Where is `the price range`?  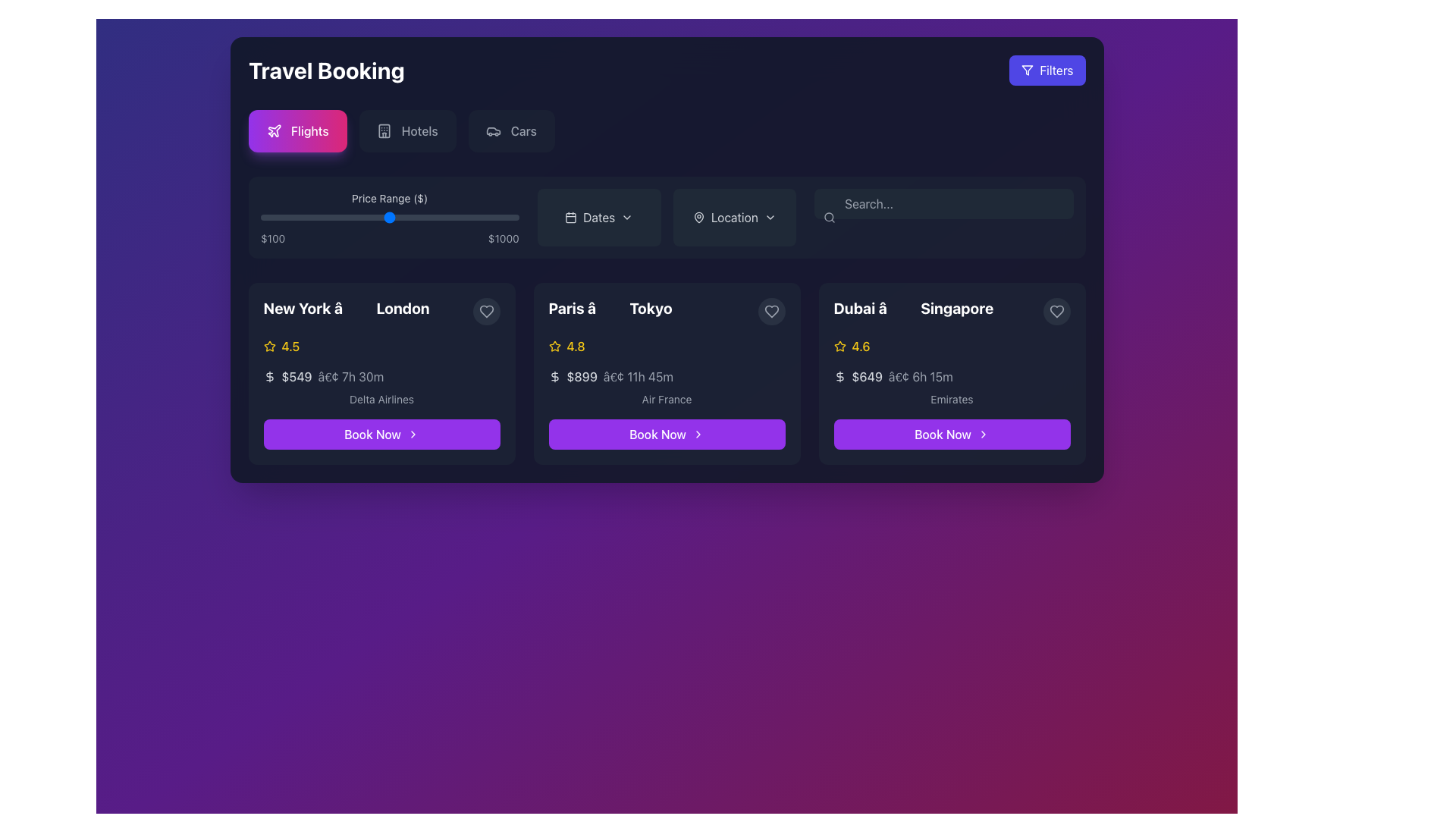 the price range is located at coordinates (356, 217).